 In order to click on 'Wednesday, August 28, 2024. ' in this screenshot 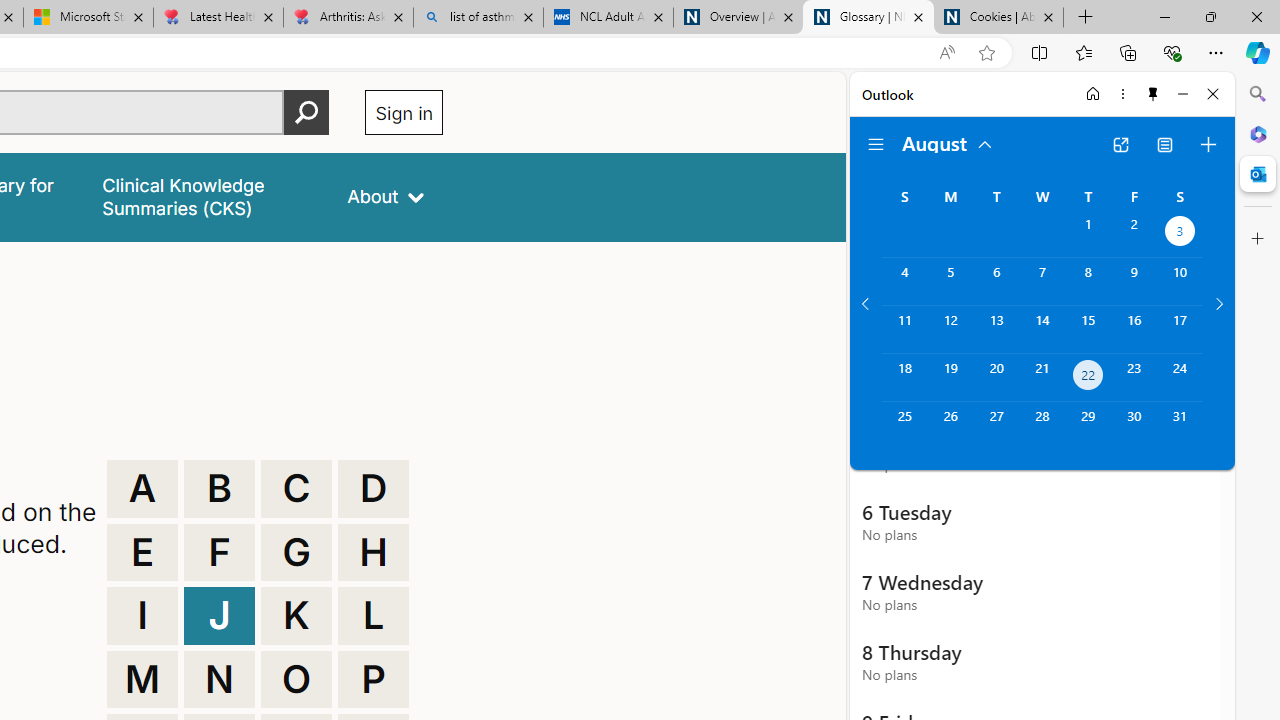, I will do `click(1041, 424)`.